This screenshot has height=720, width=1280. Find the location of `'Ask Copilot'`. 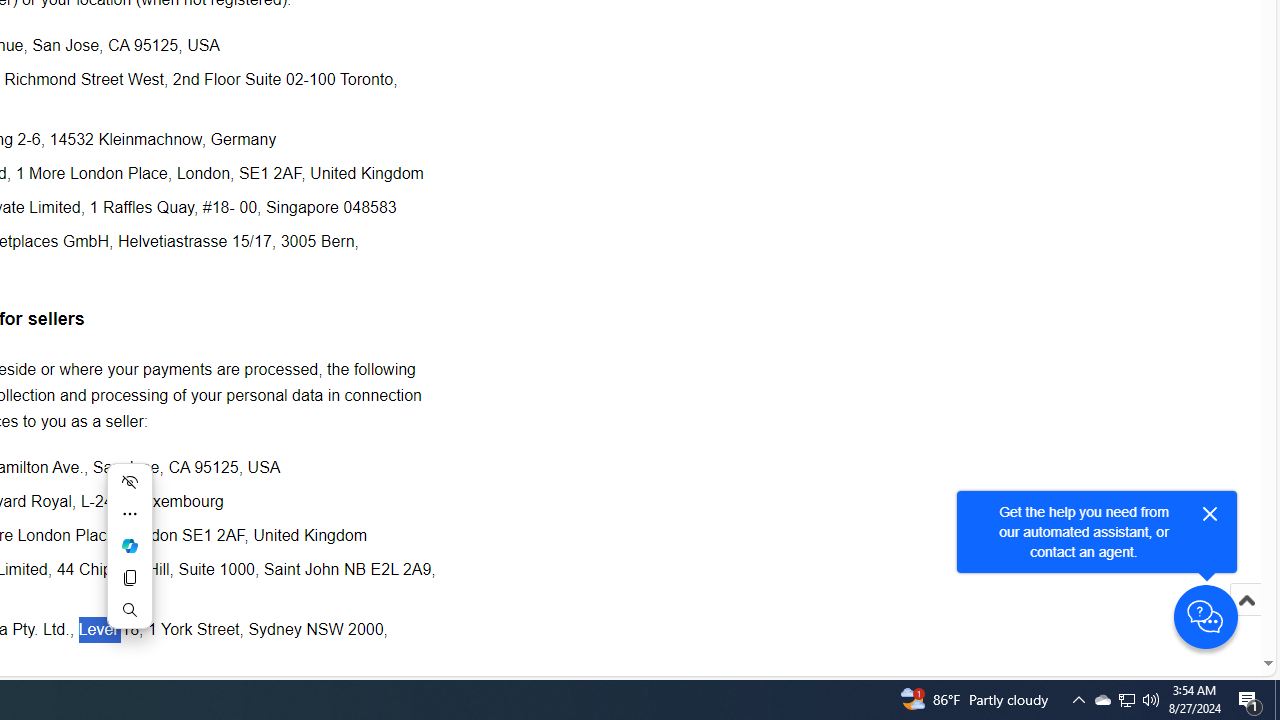

'Ask Copilot' is located at coordinates (128, 546).